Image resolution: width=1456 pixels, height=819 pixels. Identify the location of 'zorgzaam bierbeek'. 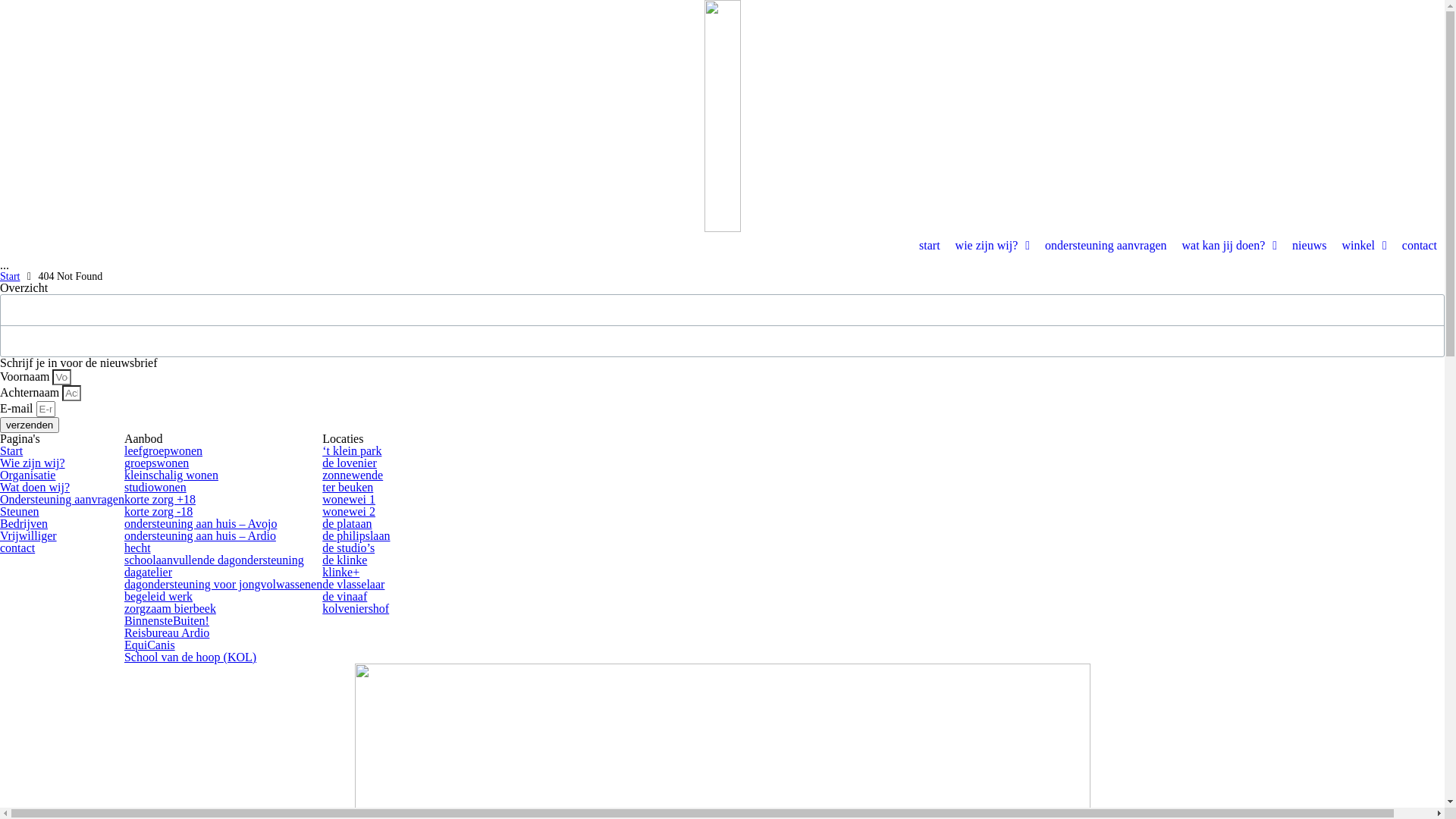
(124, 607).